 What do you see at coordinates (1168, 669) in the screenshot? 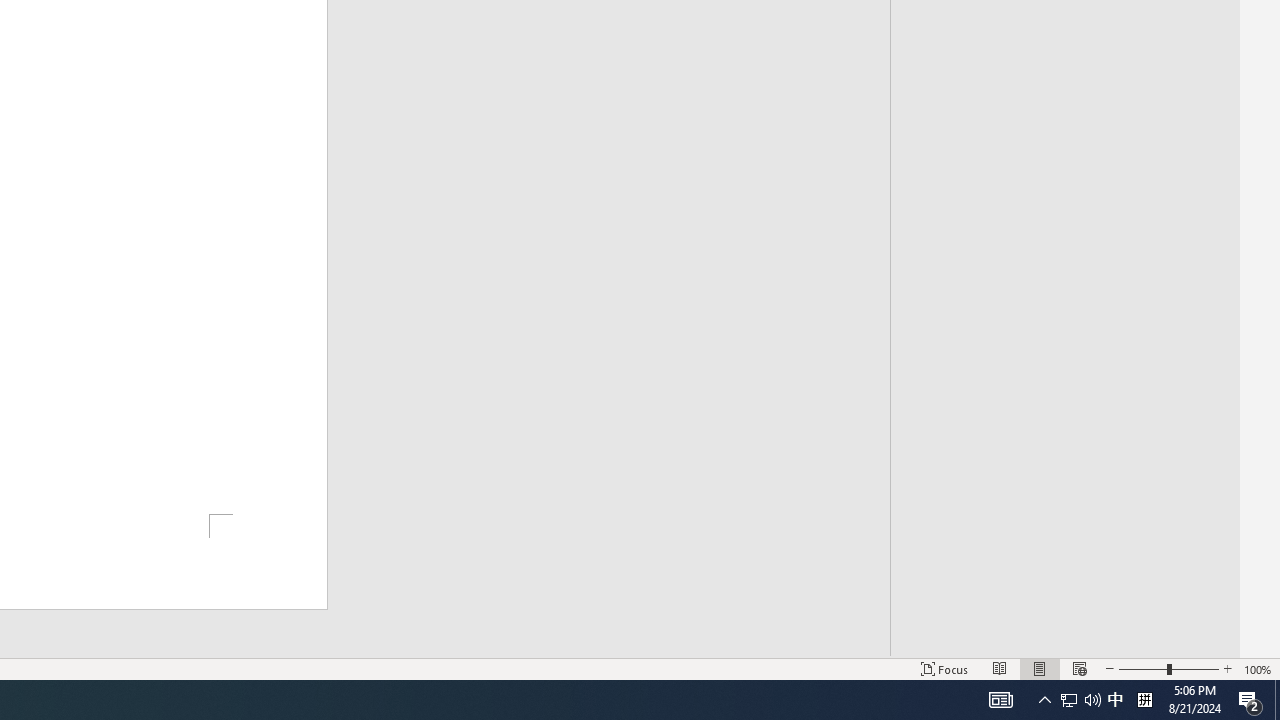
I see `'Zoom'` at bounding box center [1168, 669].